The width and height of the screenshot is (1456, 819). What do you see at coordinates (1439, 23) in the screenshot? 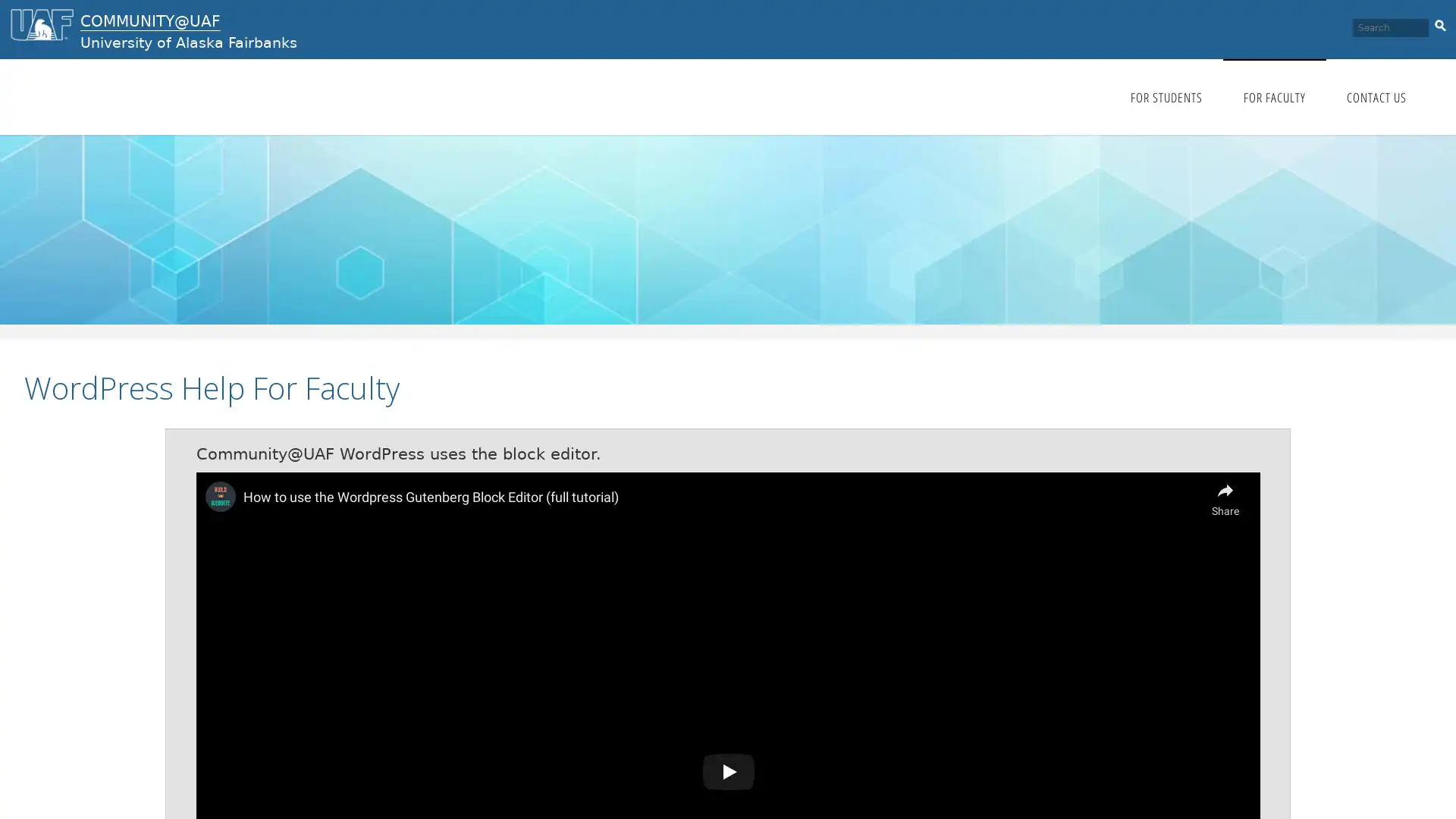
I see `search` at bounding box center [1439, 23].